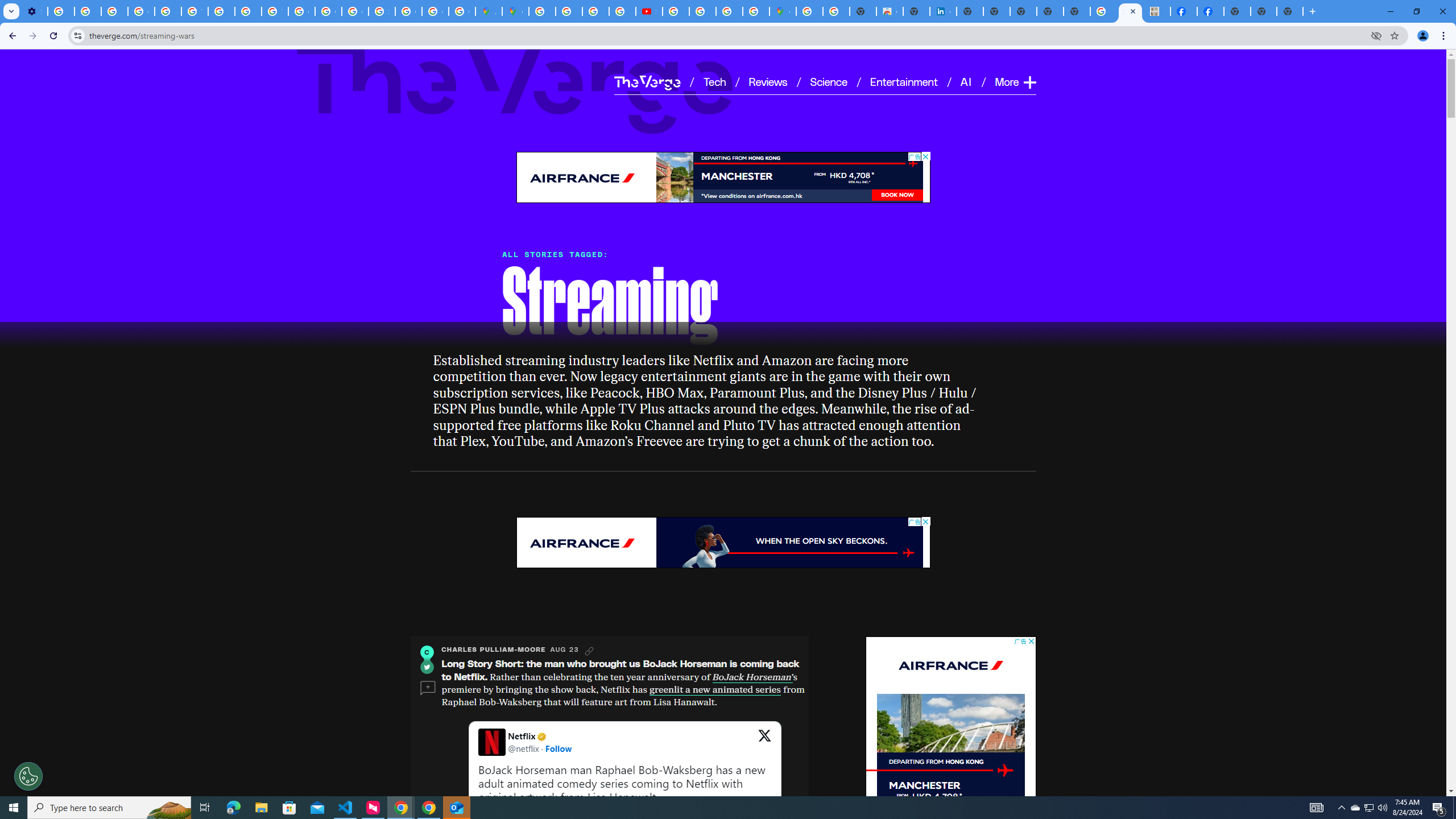  Describe the element at coordinates (966, 81) in the screenshot. I see `'AI'` at that location.